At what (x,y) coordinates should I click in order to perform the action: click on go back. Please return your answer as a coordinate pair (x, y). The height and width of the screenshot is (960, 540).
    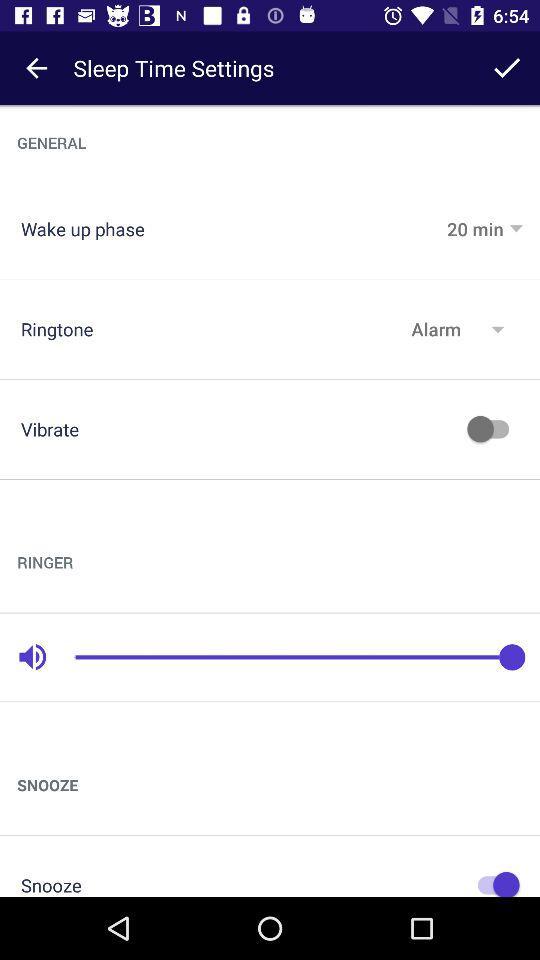
    Looking at the image, I should click on (36, 68).